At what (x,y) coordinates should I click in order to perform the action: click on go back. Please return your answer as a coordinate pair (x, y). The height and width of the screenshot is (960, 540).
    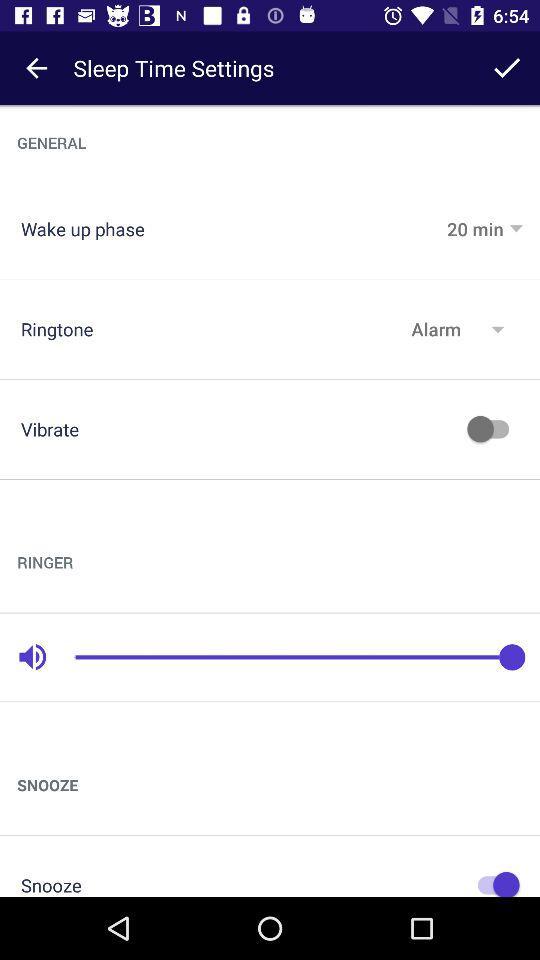
    Looking at the image, I should click on (36, 68).